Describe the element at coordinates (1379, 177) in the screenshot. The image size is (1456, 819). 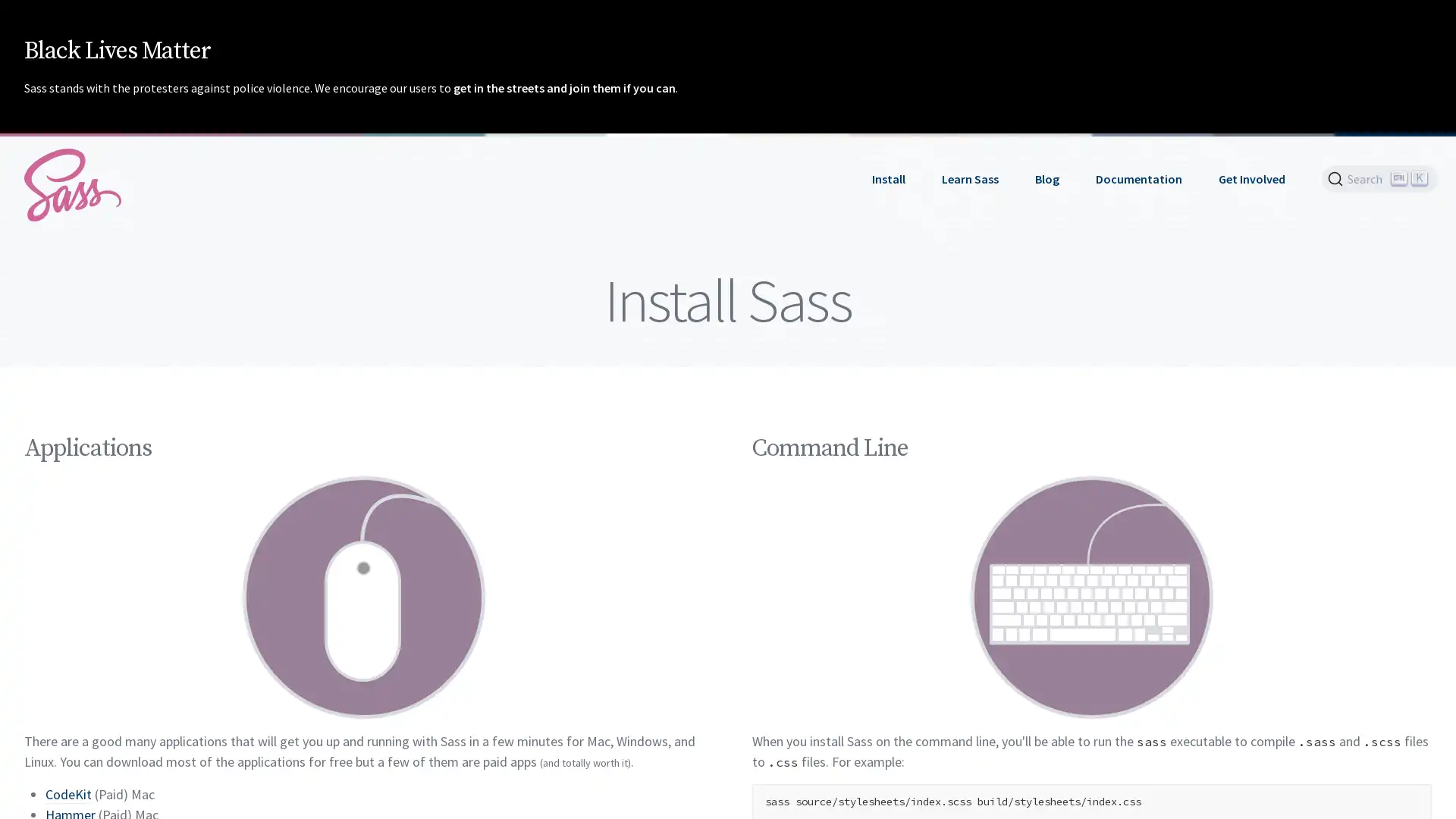
I see `Search` at that location.